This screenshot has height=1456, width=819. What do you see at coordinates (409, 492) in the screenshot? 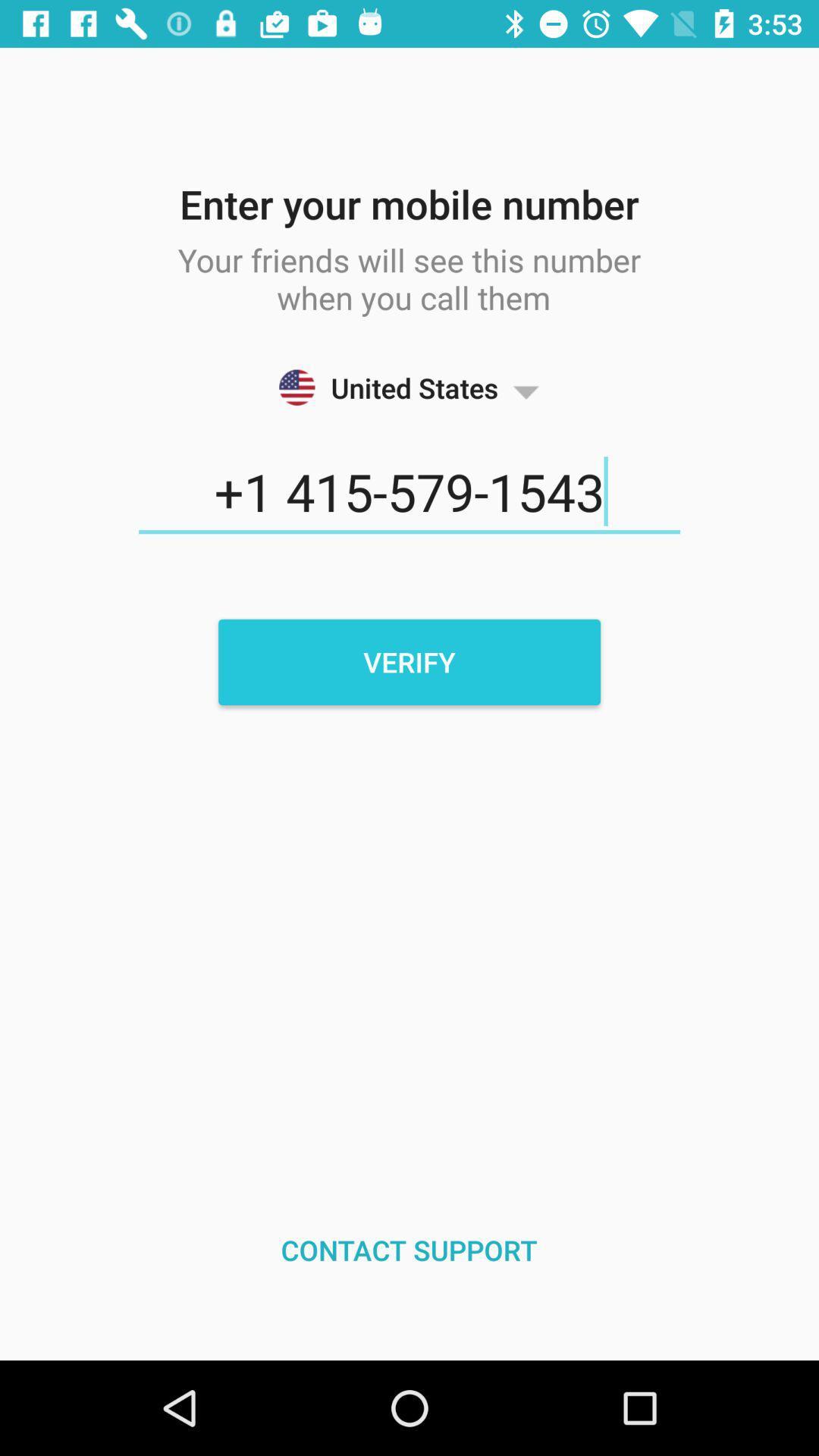
I see `1 415 579` at bounding box center [409, 492].